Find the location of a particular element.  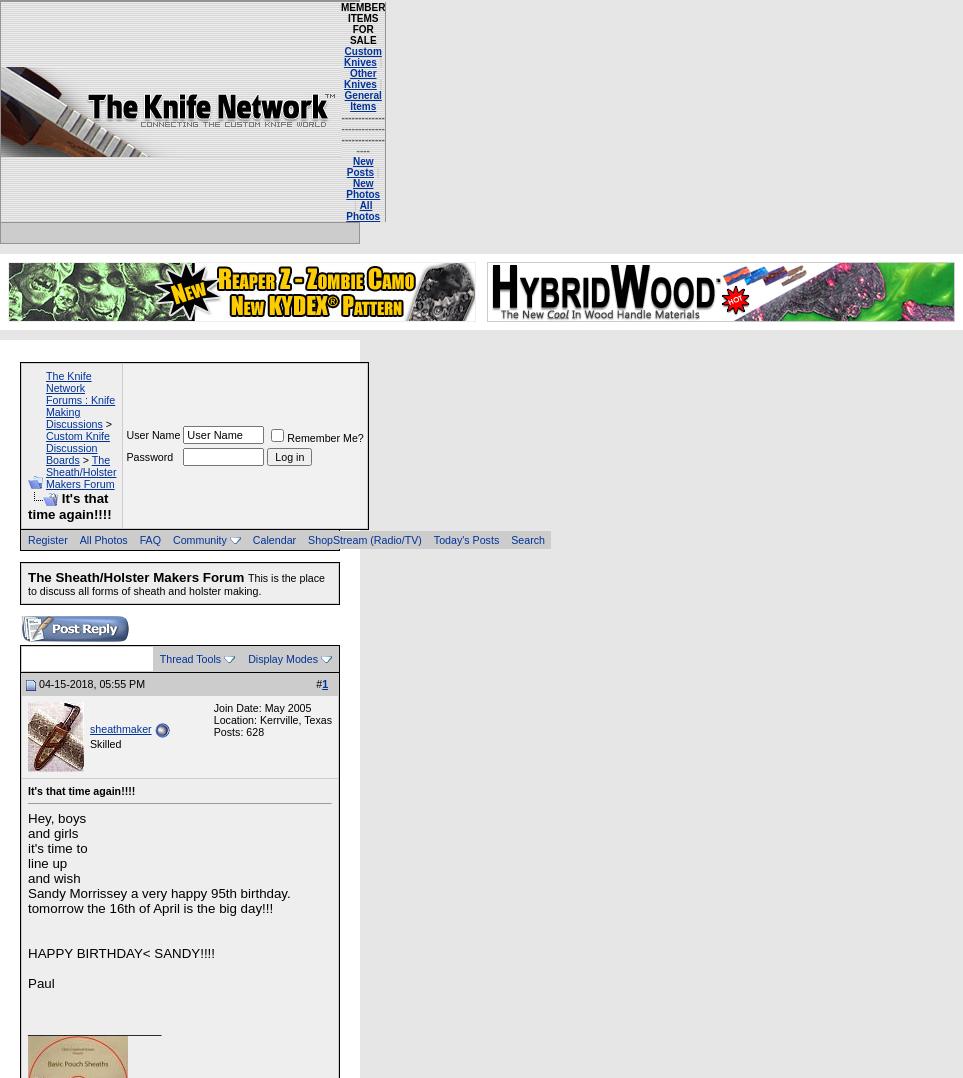

'Other Knives' is located at coordinates (358, 78).